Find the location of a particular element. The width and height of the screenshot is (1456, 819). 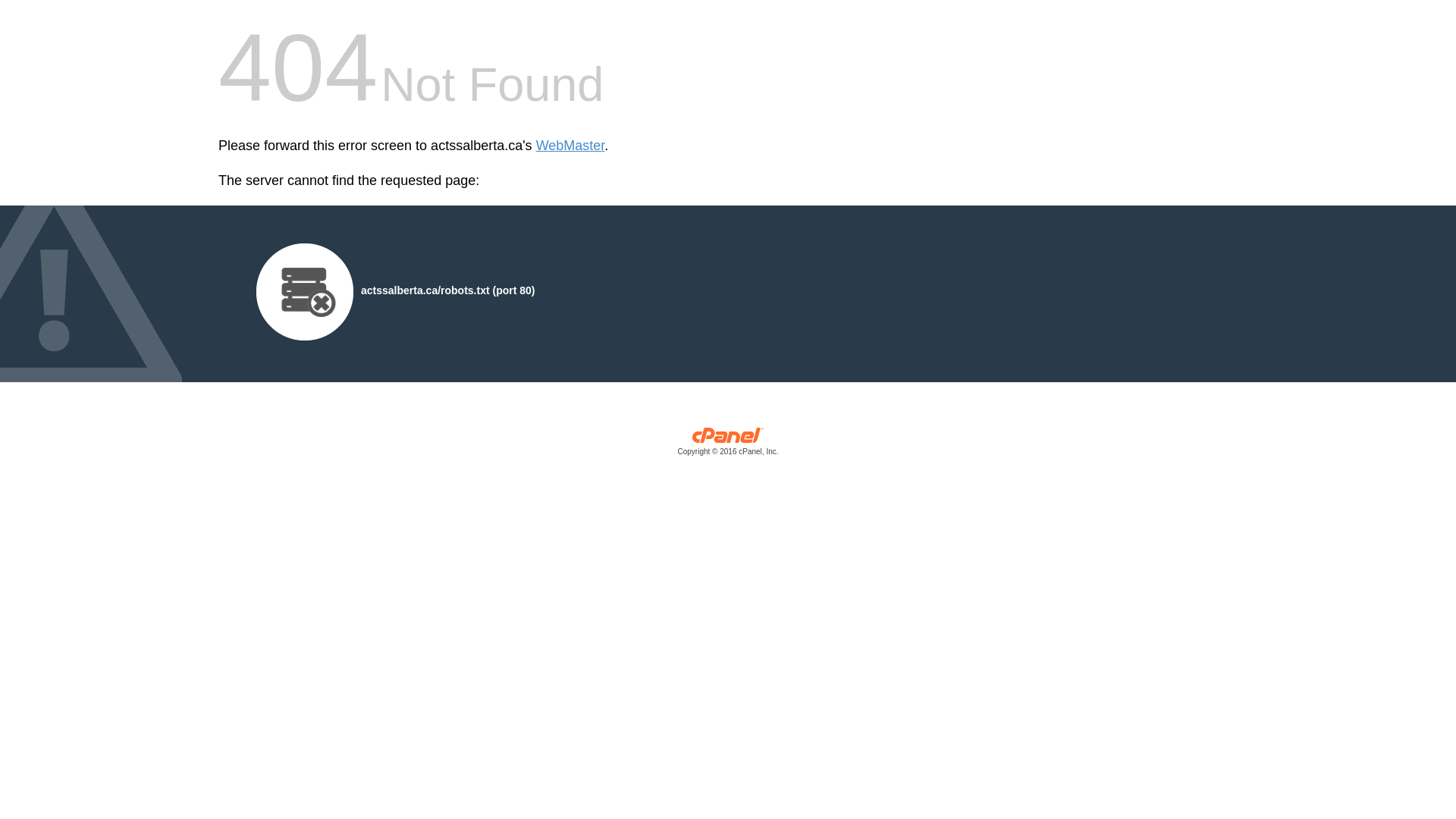

'WebMaster' is located at coordinates (570, 146).